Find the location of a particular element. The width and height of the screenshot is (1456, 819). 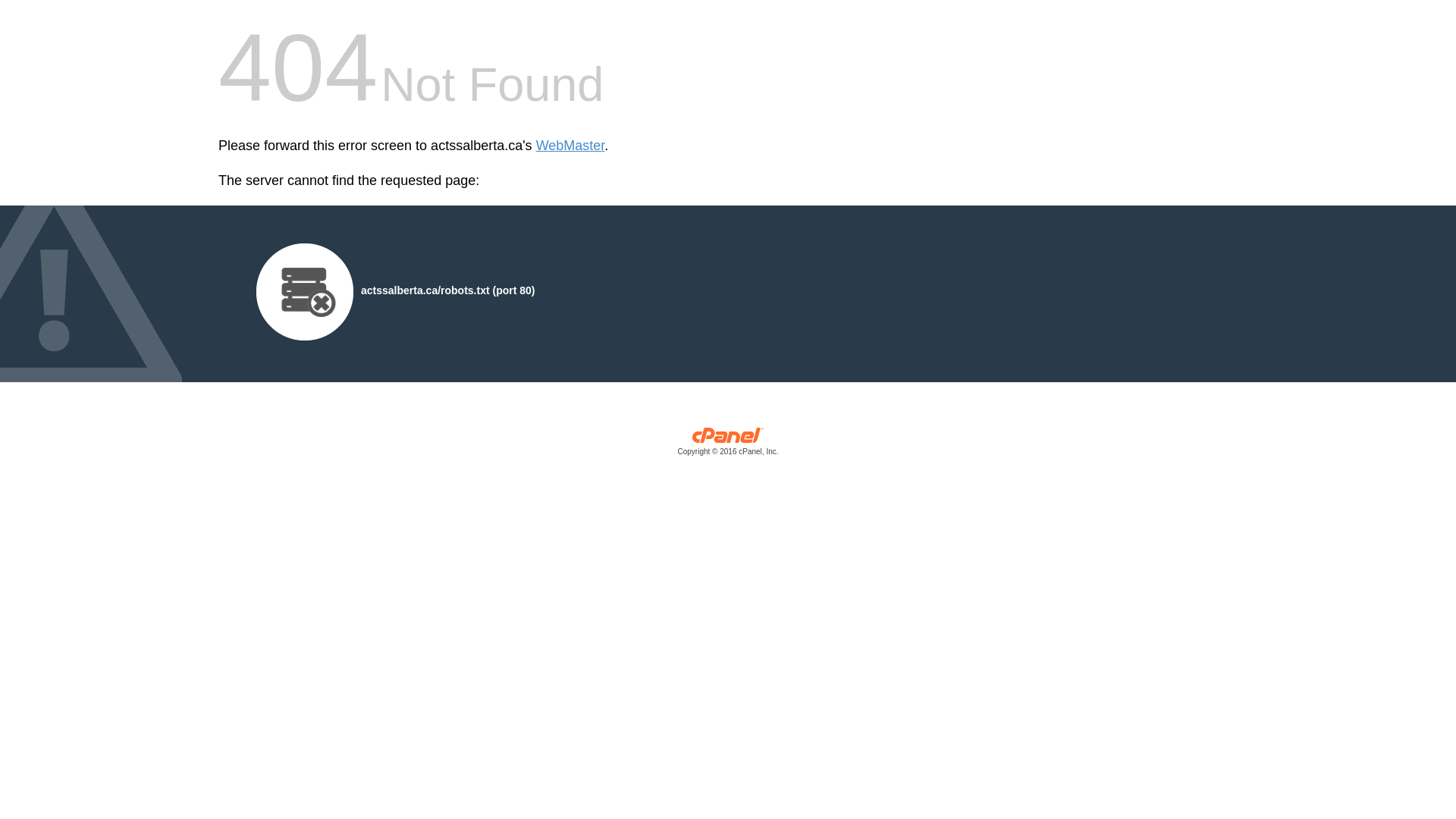

'WebMaster' is located at coordinates (570, 146).